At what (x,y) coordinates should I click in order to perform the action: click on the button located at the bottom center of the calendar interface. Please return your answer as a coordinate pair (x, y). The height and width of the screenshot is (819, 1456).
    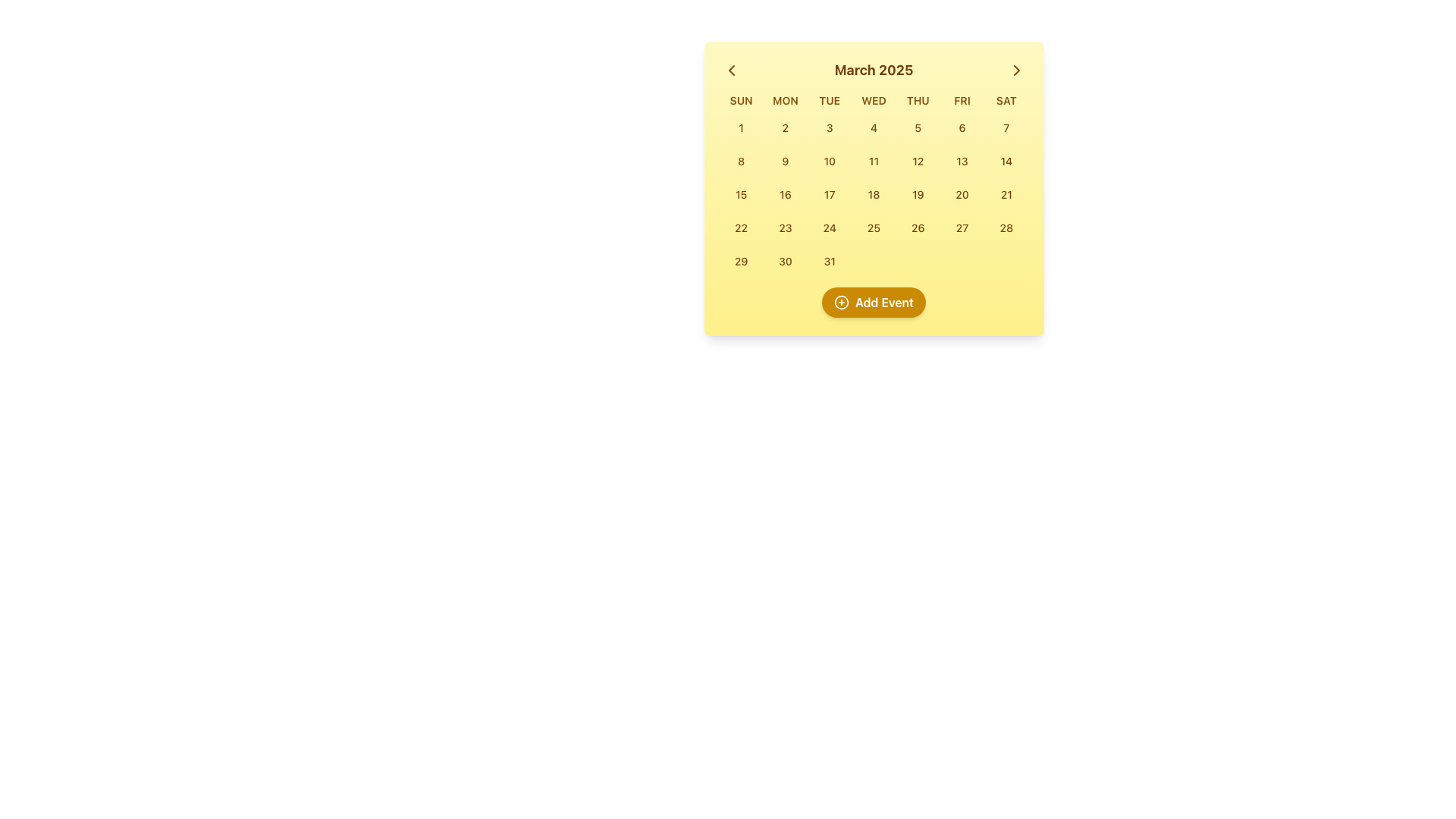
    Looking at the image, I should click on (874, 302).